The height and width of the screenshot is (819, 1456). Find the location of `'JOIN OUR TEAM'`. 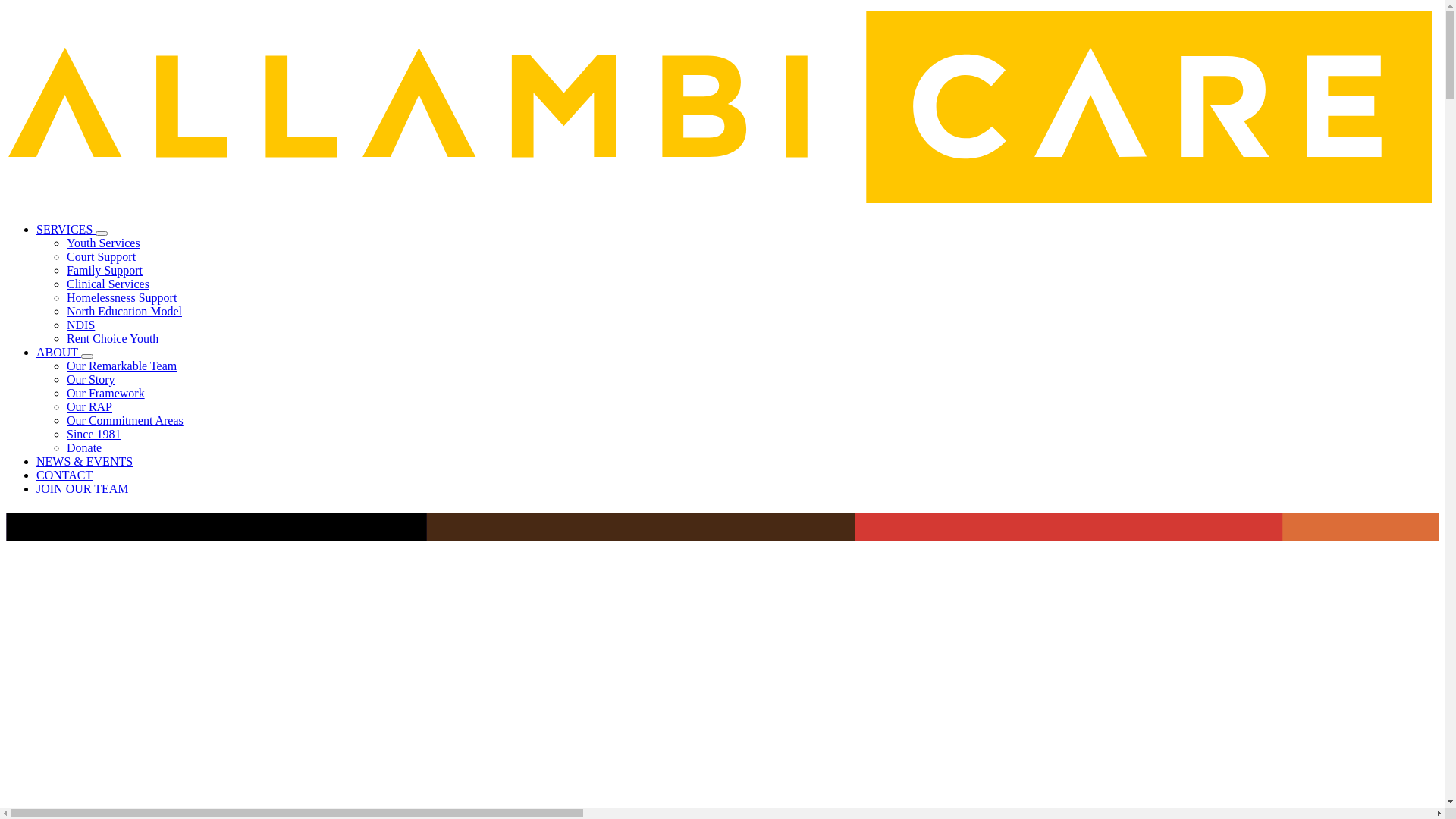

'JOIN OUR TEAM' is located at coordinates (36, 488).